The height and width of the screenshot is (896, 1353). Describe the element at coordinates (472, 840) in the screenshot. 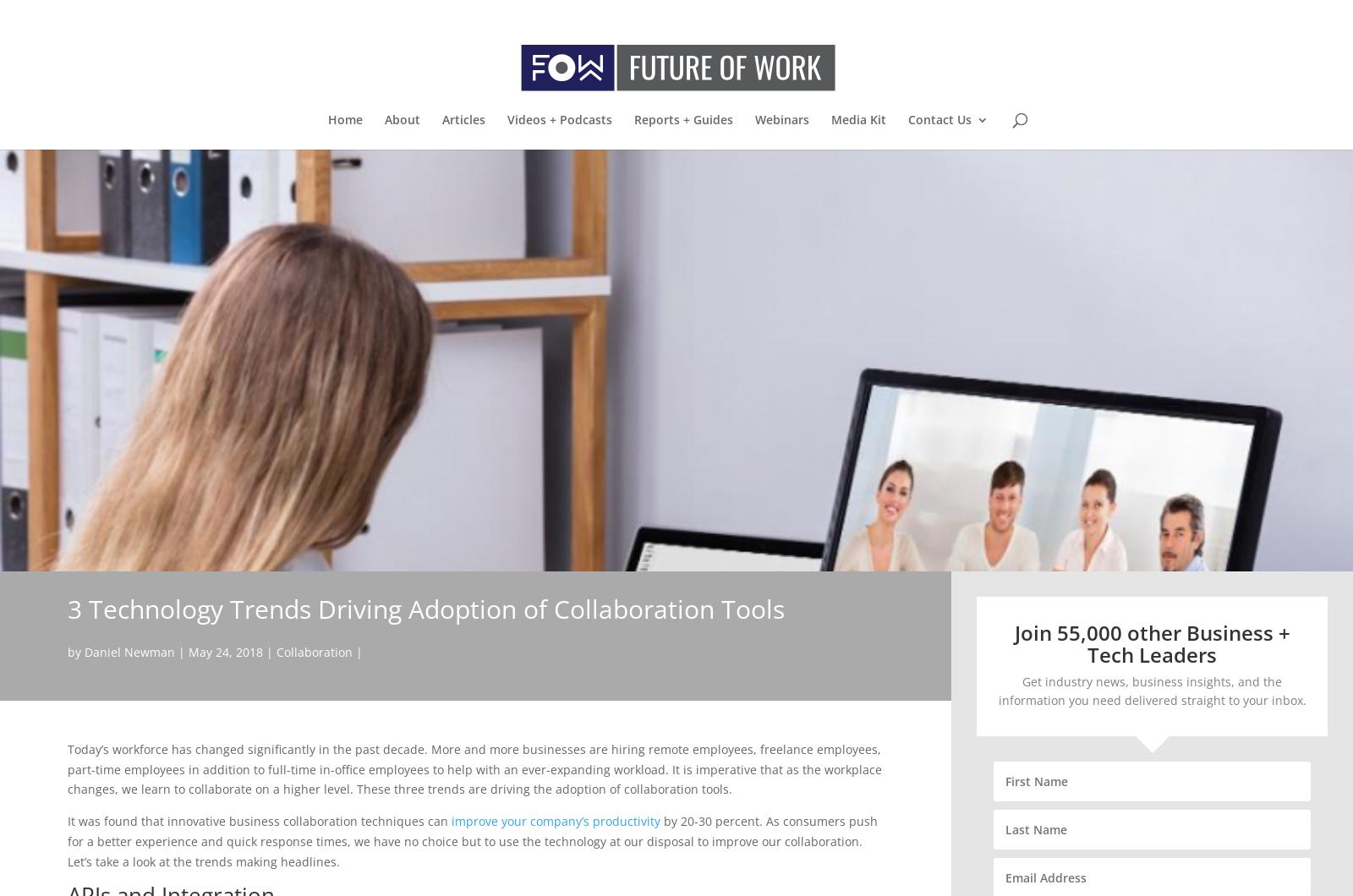

I see `'by 20-30 percent. As consumers push for a better experience and quick response times, we have no choice but to use the technology at our disposal to improve our collaboration. Let’s take a look at the trends making headlines.'` at that location.